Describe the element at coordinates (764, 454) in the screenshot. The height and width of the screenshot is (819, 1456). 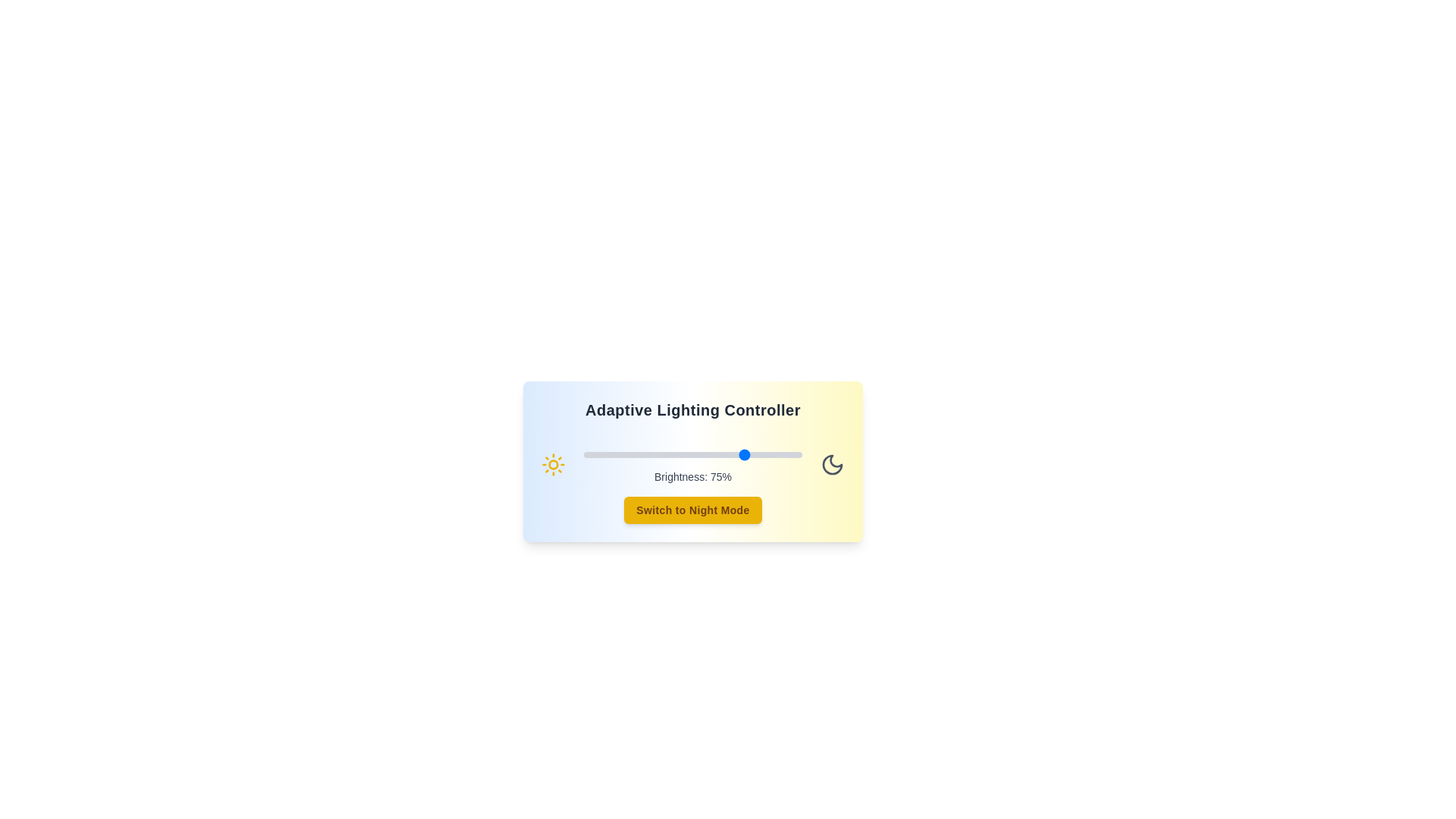
I see `the brightness level` at that location.